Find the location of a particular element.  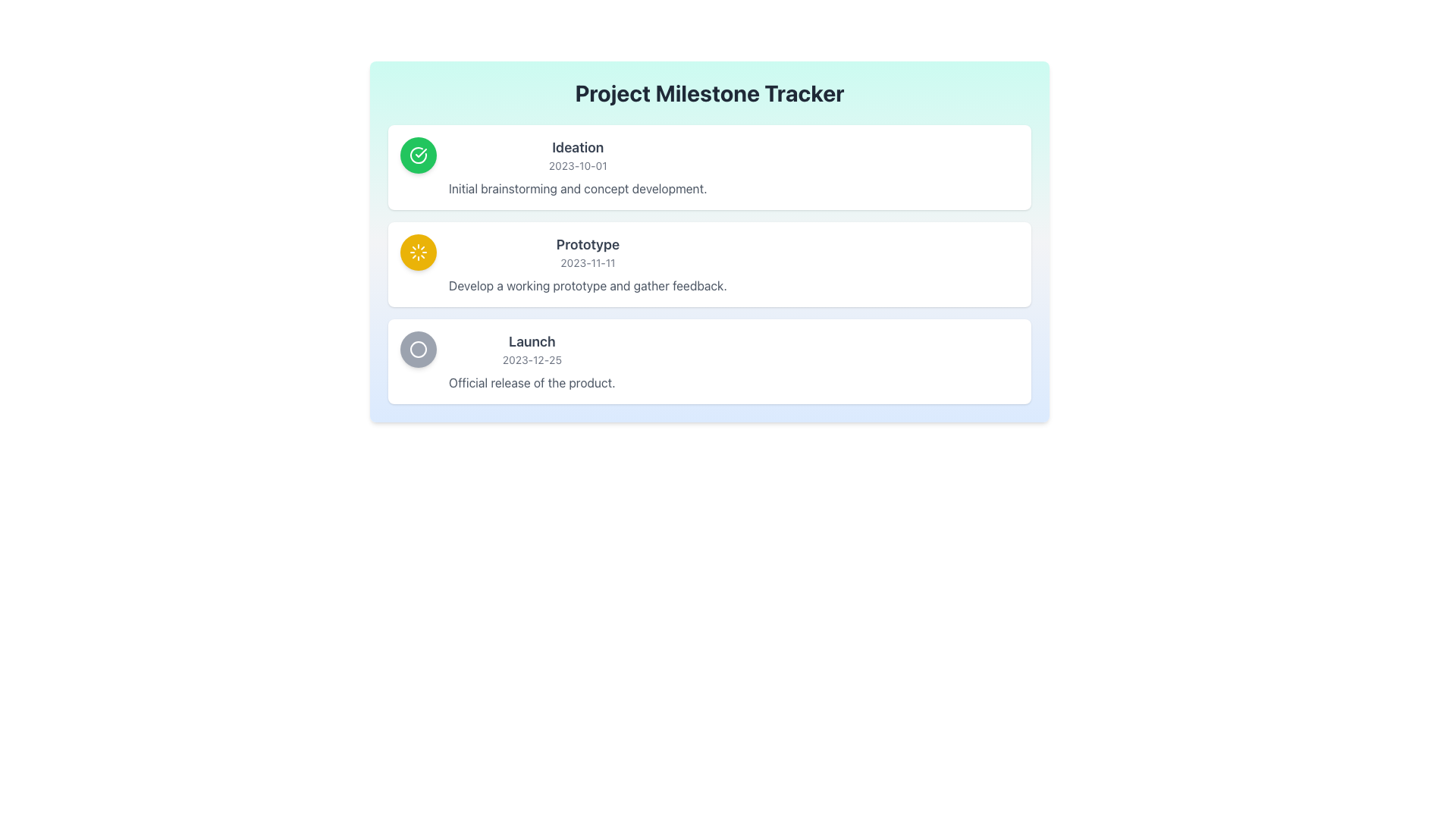

the text label that describes the 'Ideation' phase within the milestone tracker, which is positioned below the date '2023-10-01' is located at coordinates (577, 188).